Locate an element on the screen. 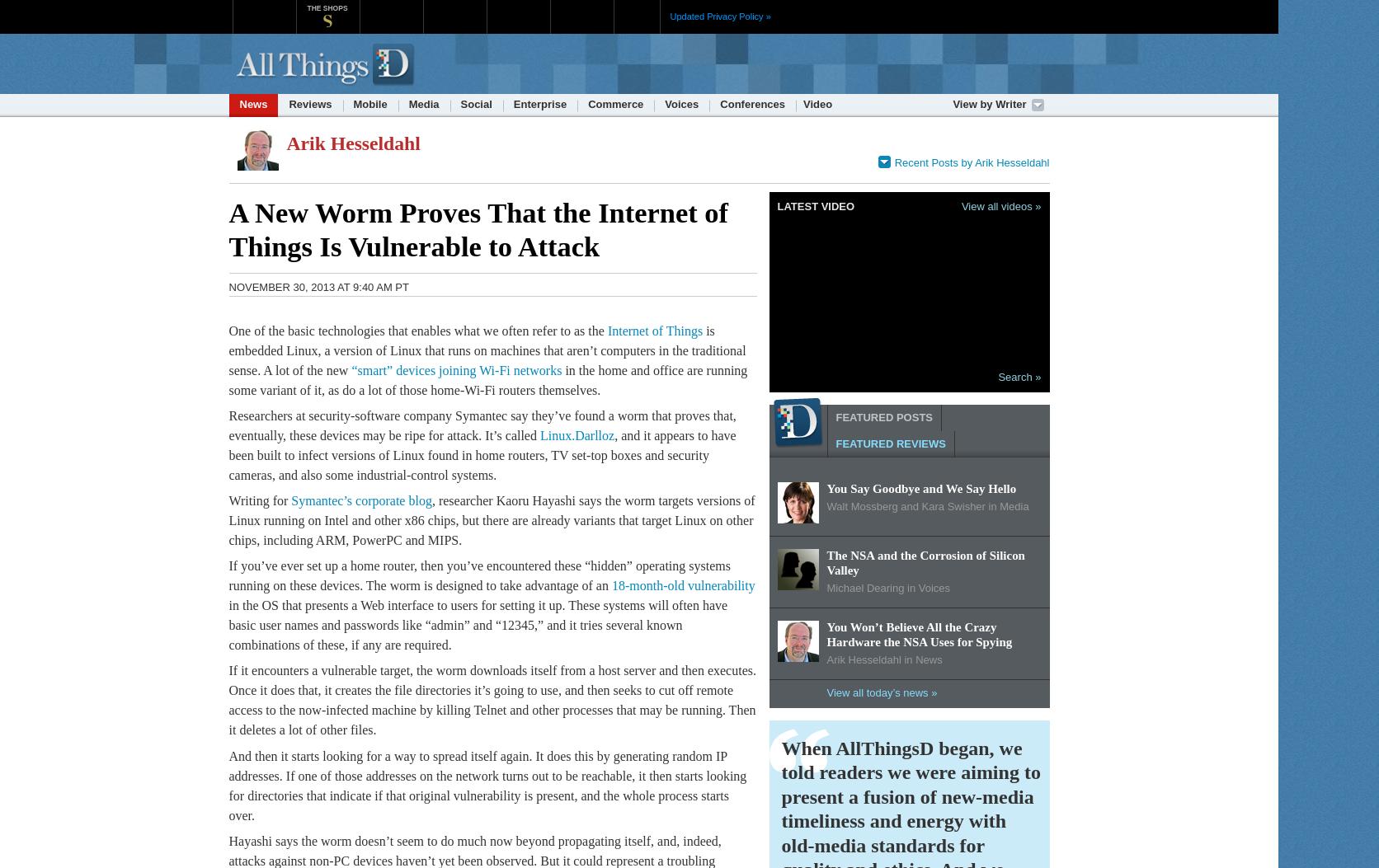  'And then it starts looking for a way to spread itself again. It does this by generating random IP addresses. If one of those addresses on the network turns out to be reachable, it then starts looking for directories that indicate if that original vulnerability is present, and the whole process starts over.' is located at coordinates (487, 784).